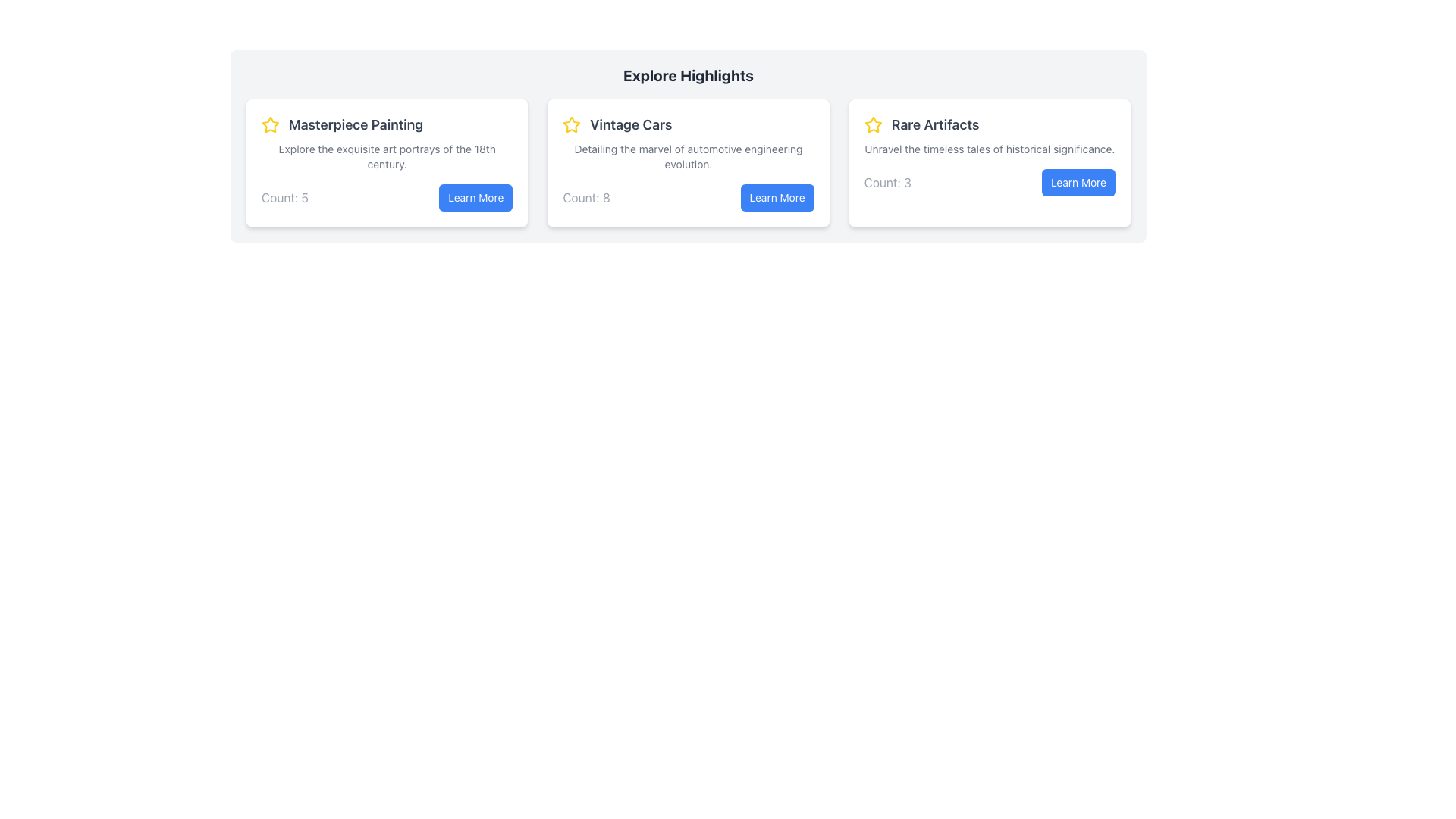 This screenshot has height=819, width=1456. I want to click on the decorative icon at the top of the 'Vintage Cars' card, which symbolizes the card's content category, so click(270, 124).